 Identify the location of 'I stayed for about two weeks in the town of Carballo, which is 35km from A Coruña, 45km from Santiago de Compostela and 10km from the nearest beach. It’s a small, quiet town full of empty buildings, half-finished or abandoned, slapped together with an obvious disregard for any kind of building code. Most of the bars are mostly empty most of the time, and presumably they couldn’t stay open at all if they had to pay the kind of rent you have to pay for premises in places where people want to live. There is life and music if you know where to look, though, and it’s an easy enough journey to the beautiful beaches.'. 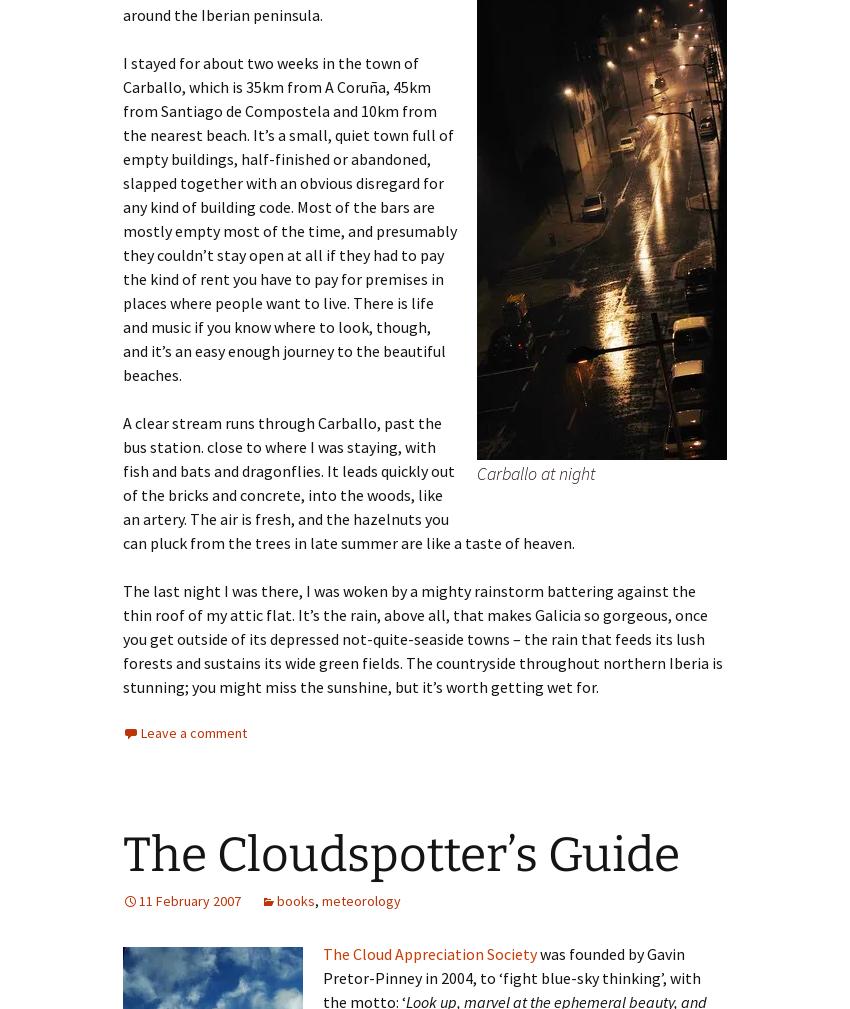
(121, 217).